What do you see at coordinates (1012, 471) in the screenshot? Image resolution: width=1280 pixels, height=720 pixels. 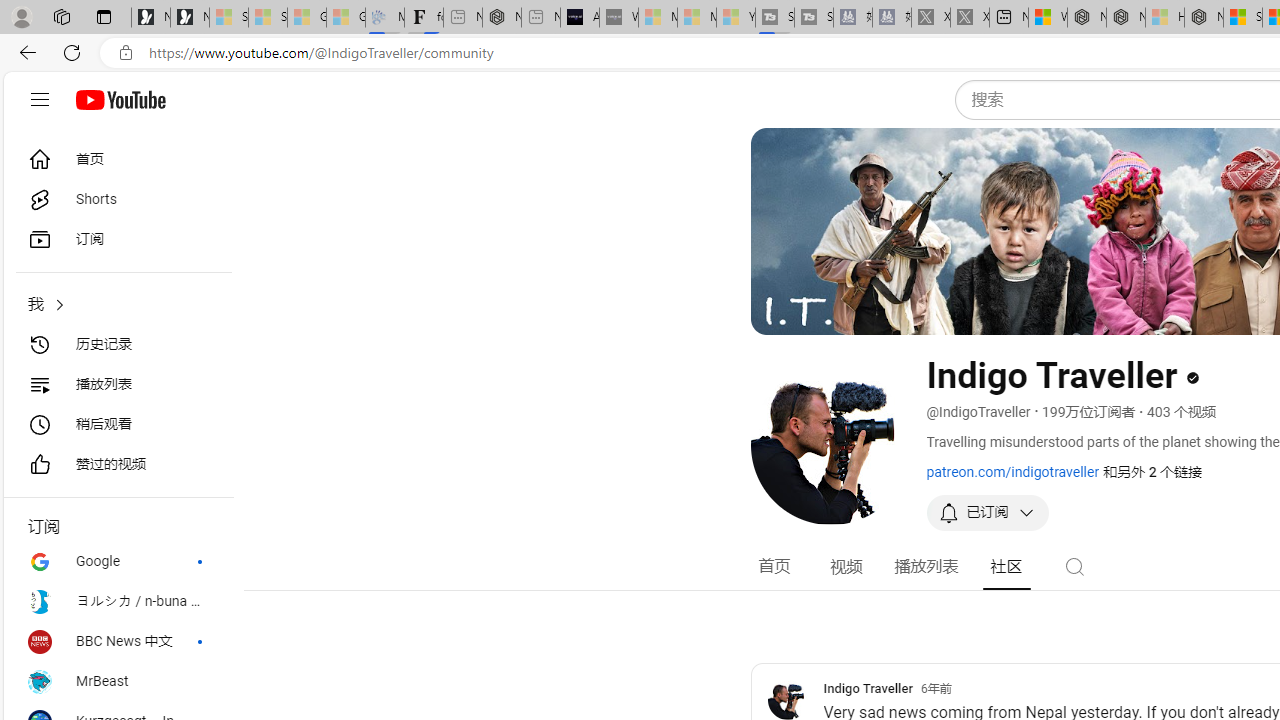 I see `'patreon.com/indigotraveller'` at bounding box center [1012, 471].